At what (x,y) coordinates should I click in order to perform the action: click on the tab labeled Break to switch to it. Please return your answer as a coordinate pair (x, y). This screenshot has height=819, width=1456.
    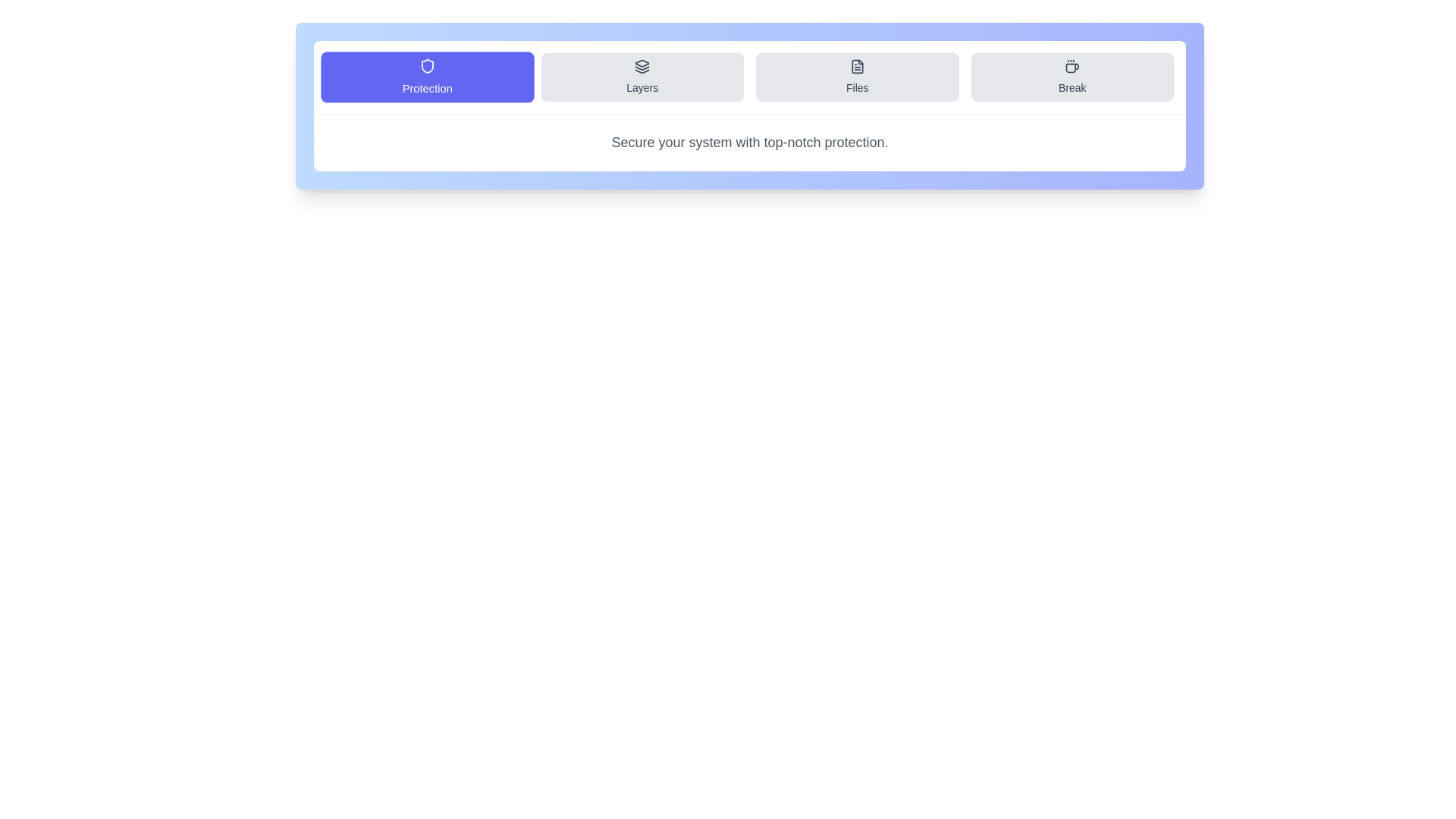
    Looking at the image, I should click on (1072, 77).